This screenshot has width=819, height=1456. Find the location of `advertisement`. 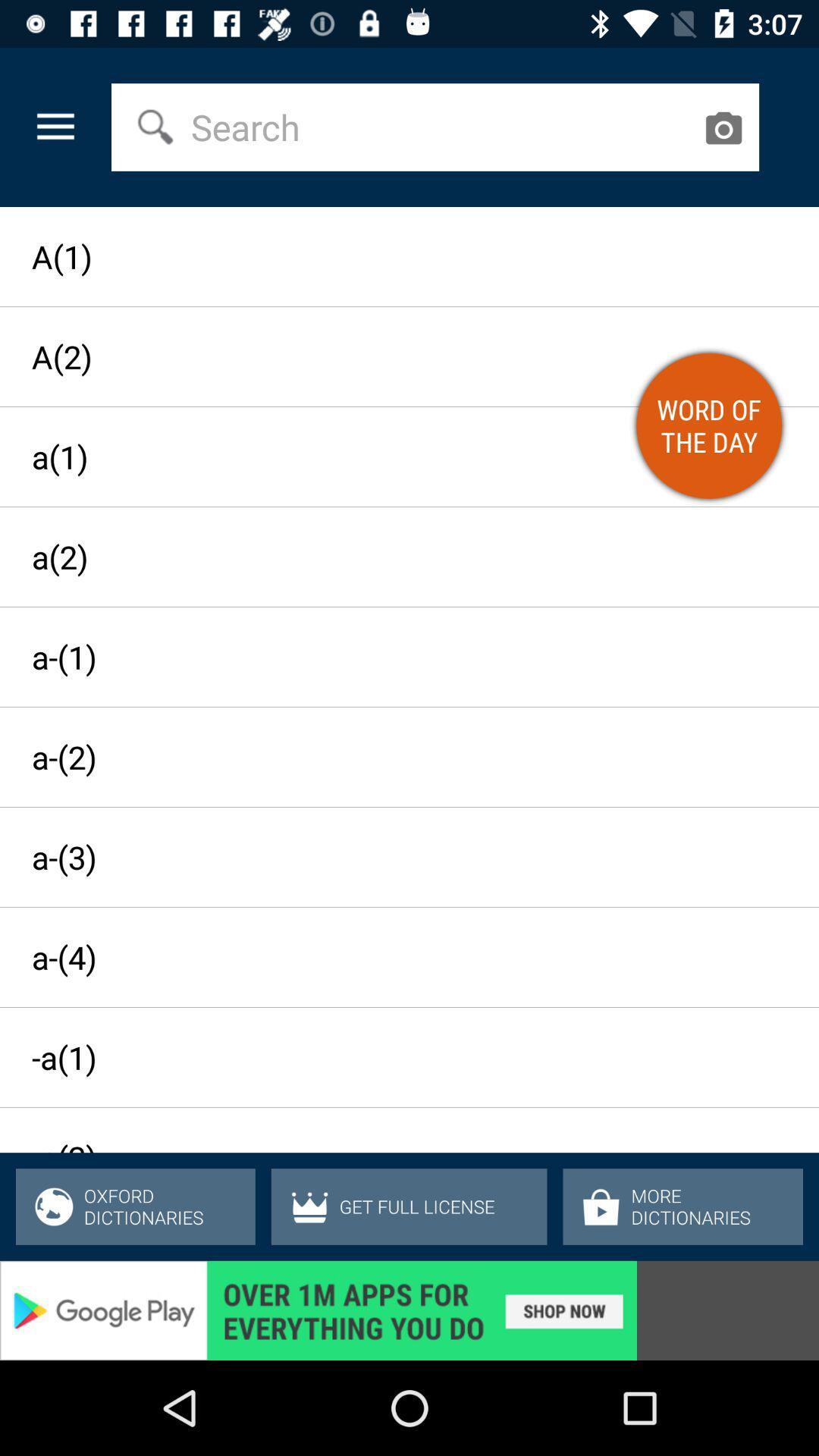

advertisement is located at coordinates (409, 1310).